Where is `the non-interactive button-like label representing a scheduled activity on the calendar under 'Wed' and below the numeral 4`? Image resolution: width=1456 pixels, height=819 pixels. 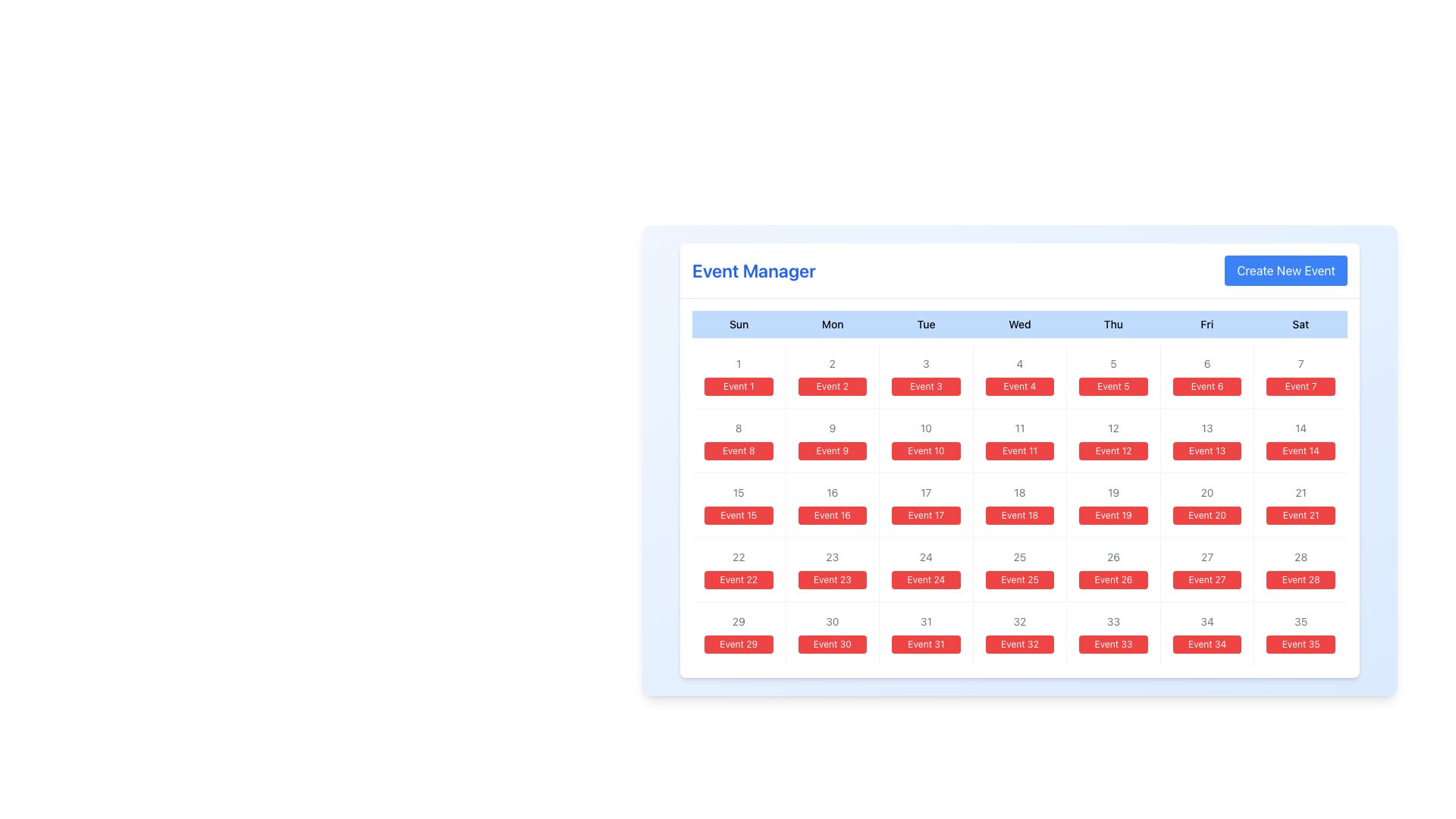
the non-interactive button-like label representing a scheduled activity on the calendar under 'Wed' and below the numeral 4 is located at coordinates (1019, 385).